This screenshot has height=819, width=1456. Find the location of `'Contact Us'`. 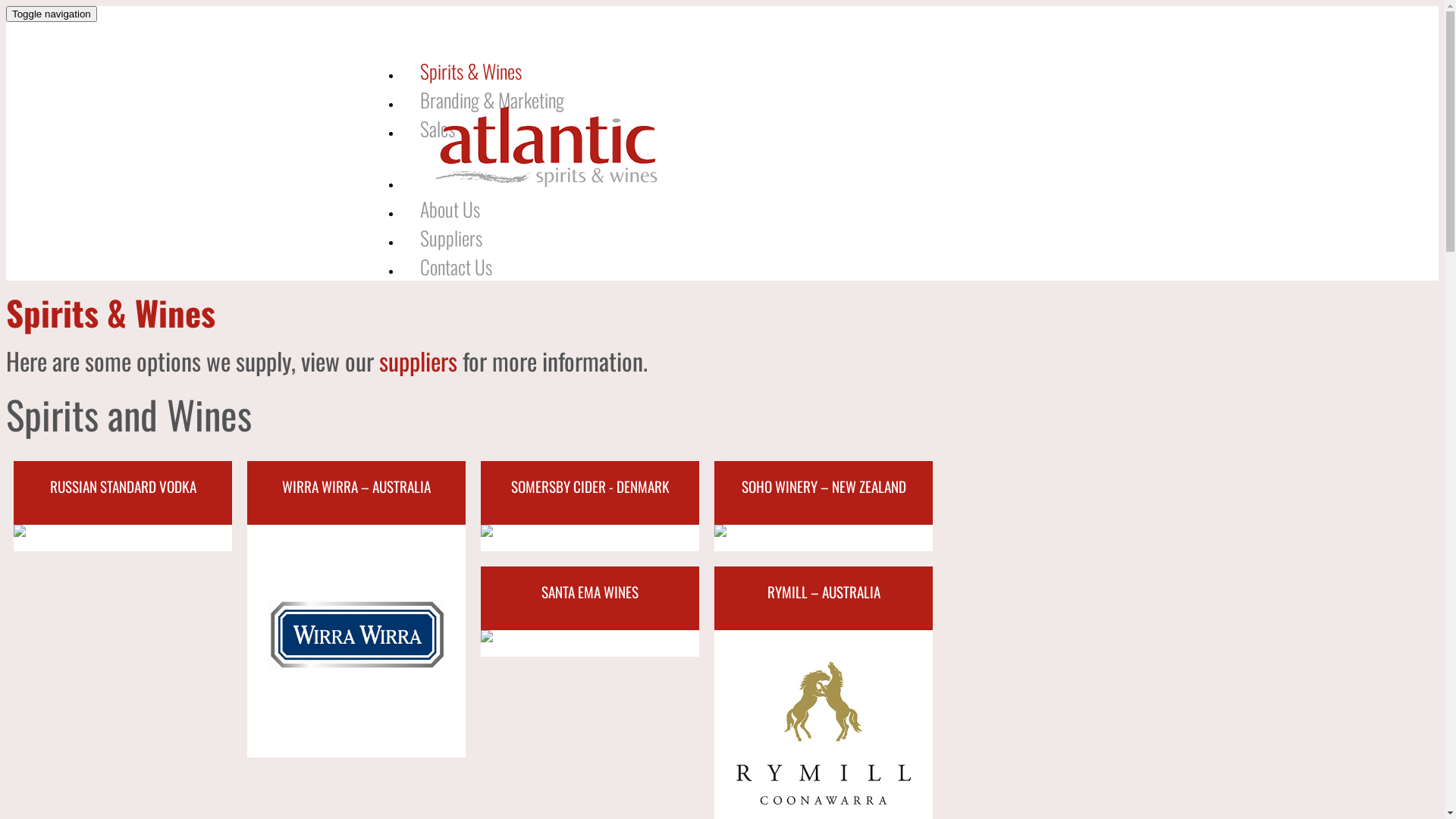

'Contact Us' is located at coordinates (454, 265).